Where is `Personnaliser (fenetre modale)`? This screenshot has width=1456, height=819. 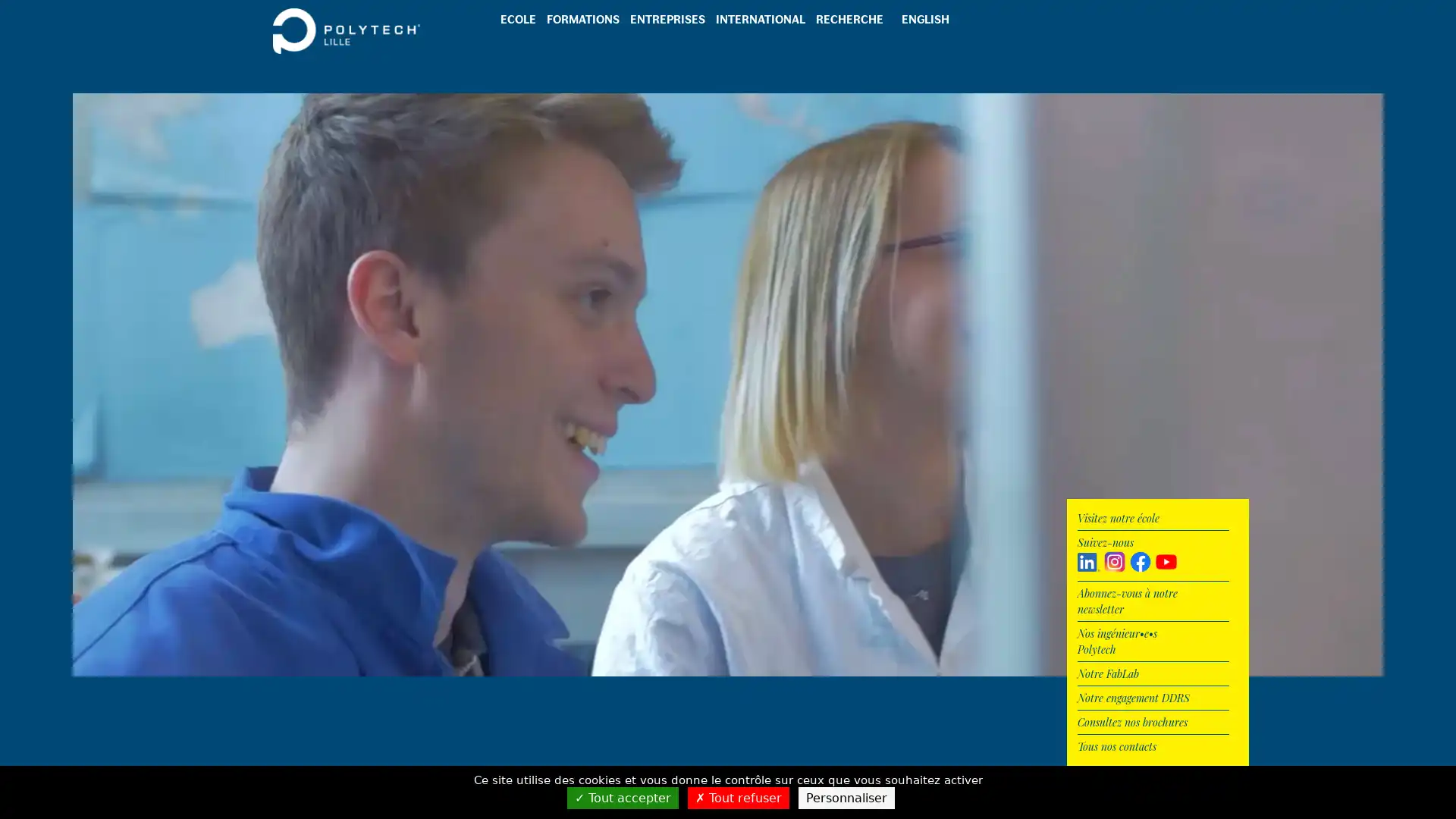
Personnaliser (fenetre modale) is located at coordinates (845, 797).